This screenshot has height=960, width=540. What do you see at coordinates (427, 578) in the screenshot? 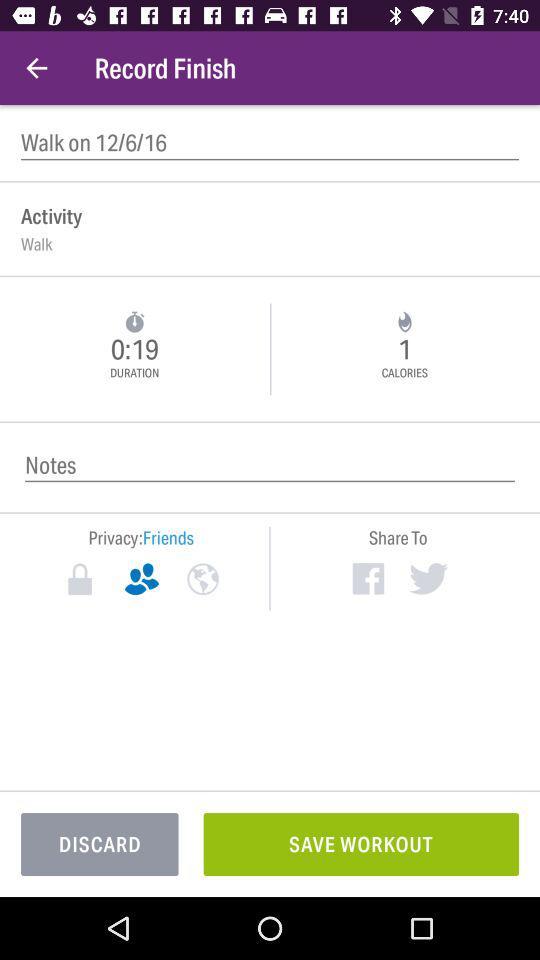
I see `item below the share to icon` at bounding box center [427, 578].